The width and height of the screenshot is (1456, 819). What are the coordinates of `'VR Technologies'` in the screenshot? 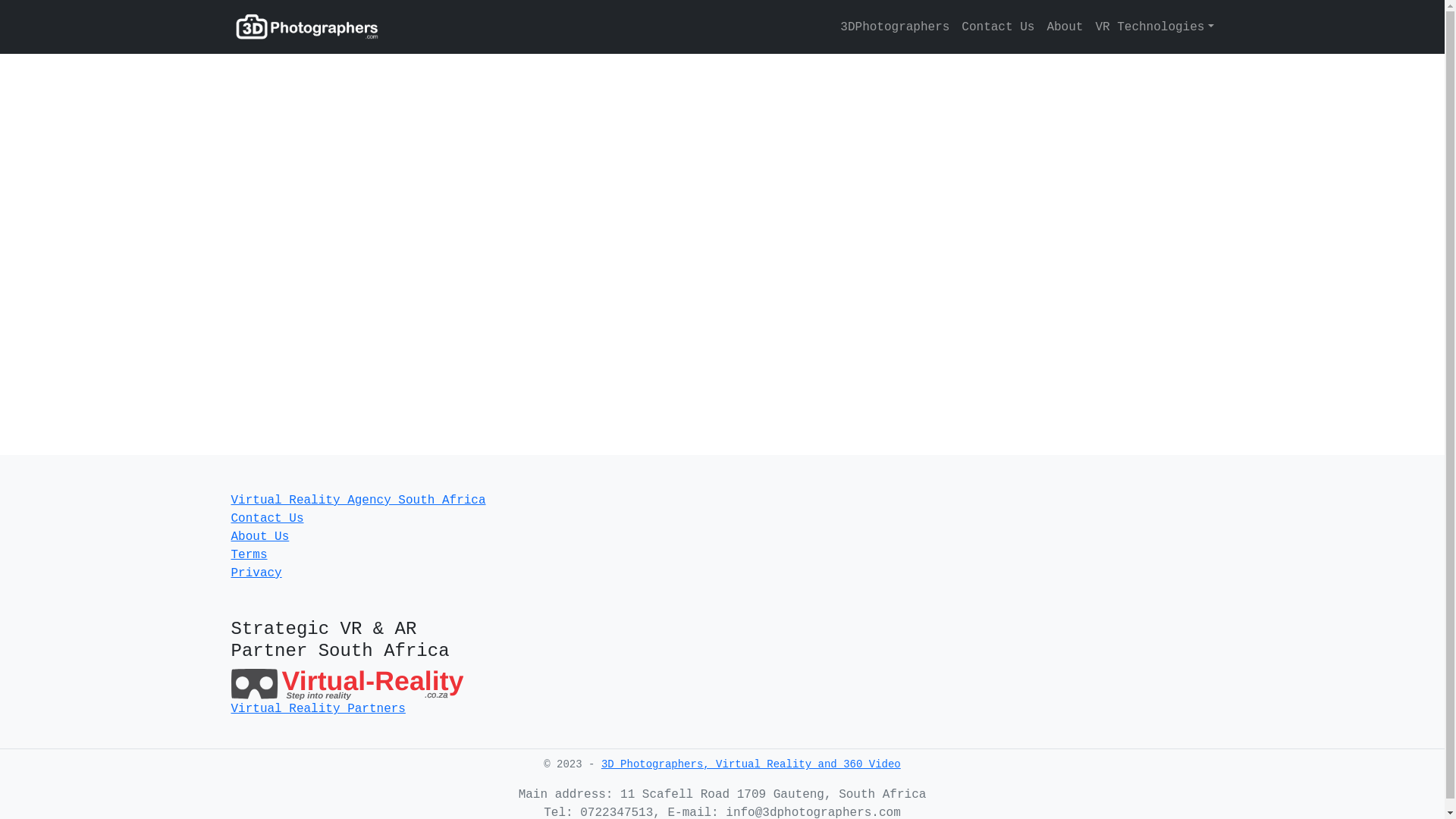 It's located at (1150, 27).